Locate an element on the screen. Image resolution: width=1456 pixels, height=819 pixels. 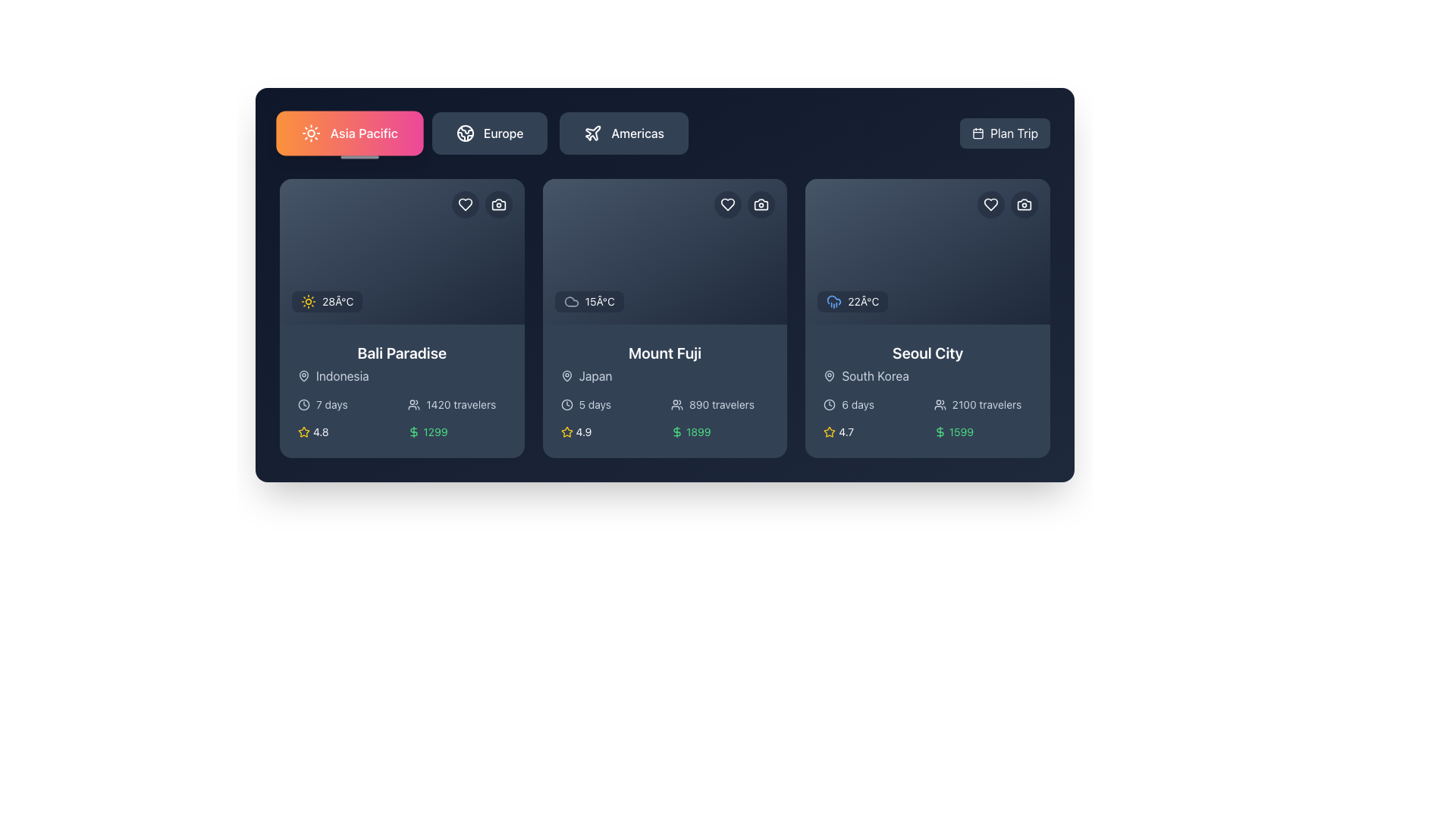
the weather condition label with an icon located in the bottom-left corner of the 'Seoul City' card, which is the third card in the row of travel destinations is located at coordinates (852, 301).